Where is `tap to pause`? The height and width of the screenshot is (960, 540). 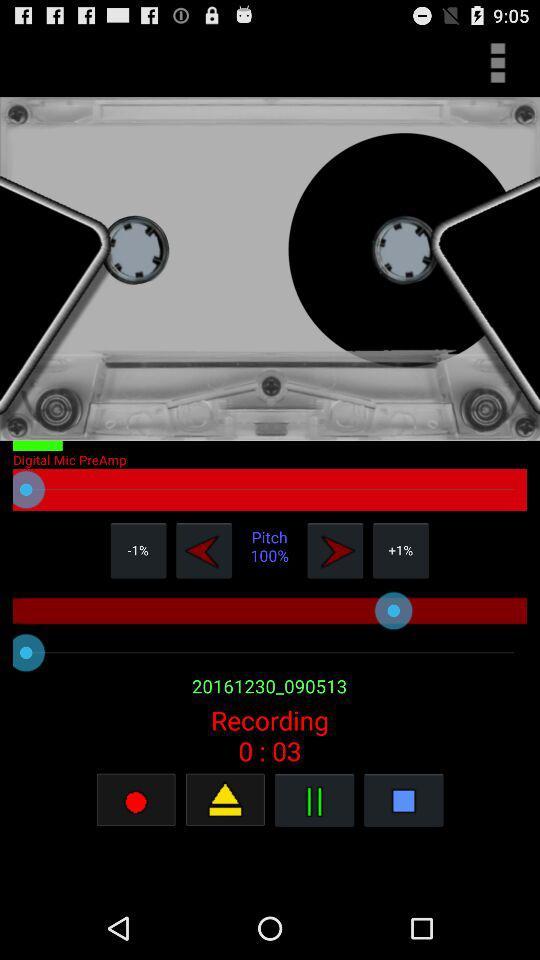
tap to pause is located at coordinates (314, 799).